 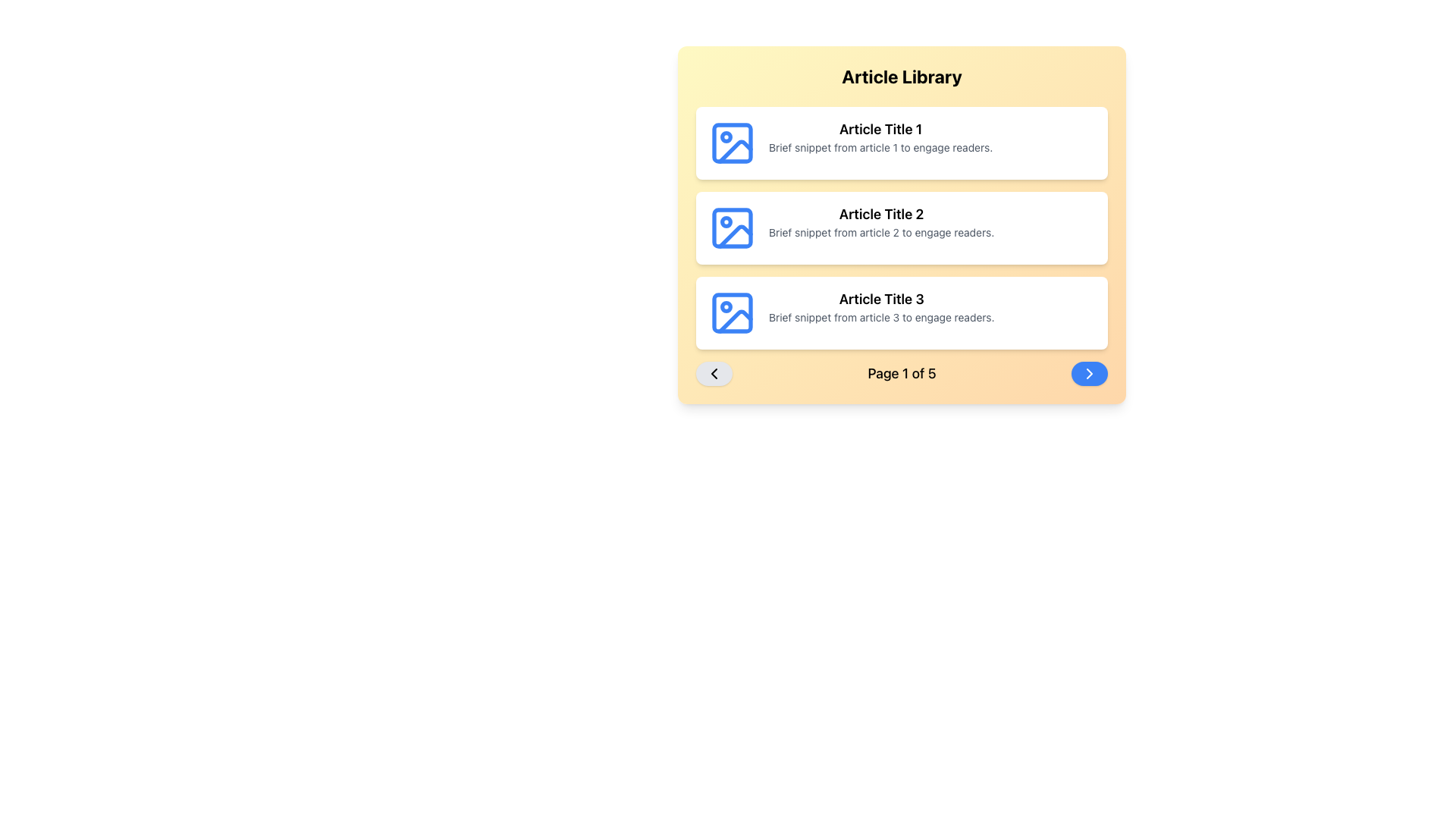 What do you see at coordinates (881, 299) in the screenshot?
I see `the text label styled as a heading for the third article in the list, which serves as the headline for the article, allowing users to recognize the content quickly` at bounding box center [881, 299].